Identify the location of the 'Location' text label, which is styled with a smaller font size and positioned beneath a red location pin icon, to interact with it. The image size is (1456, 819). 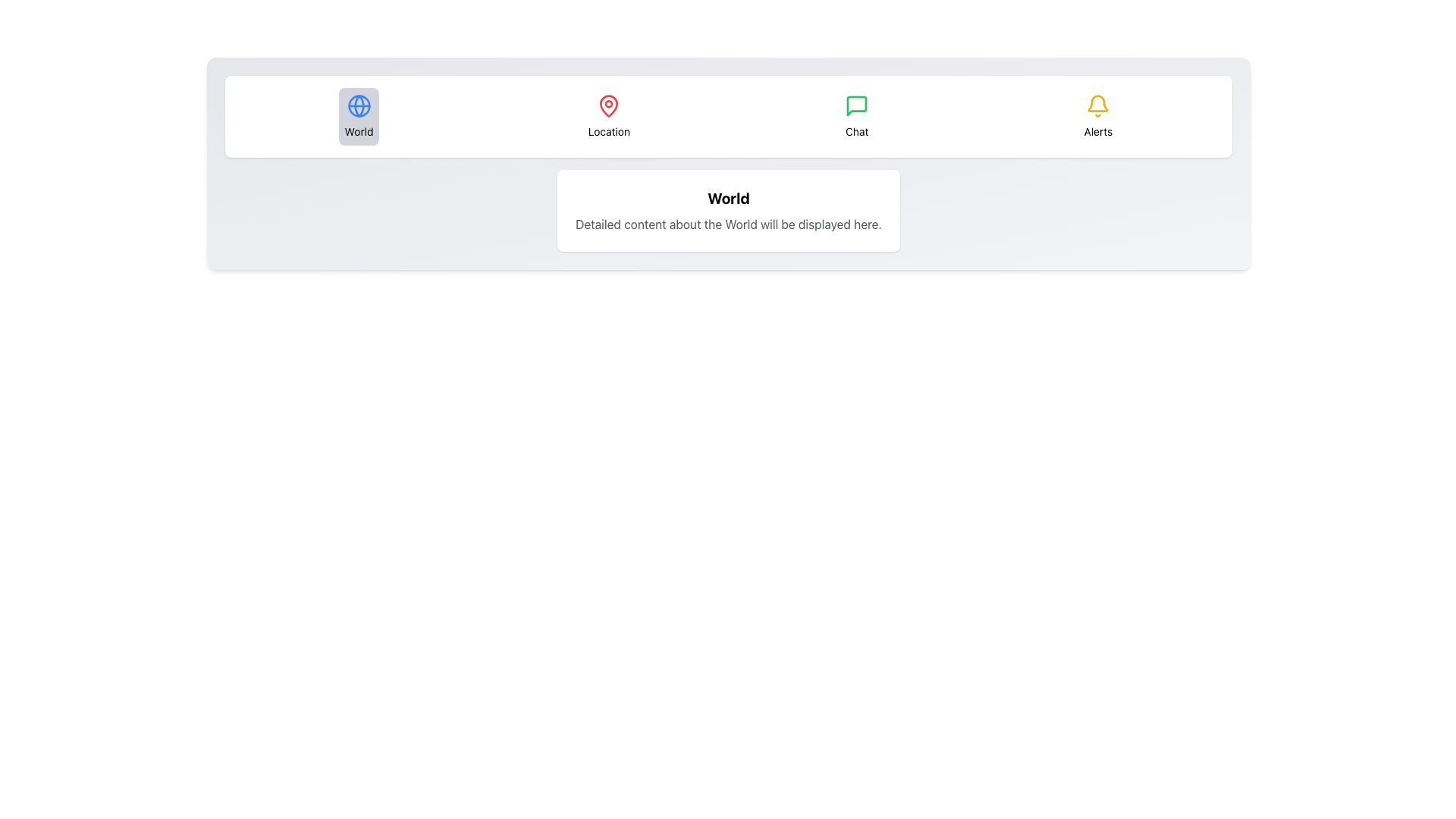
(609, 130).